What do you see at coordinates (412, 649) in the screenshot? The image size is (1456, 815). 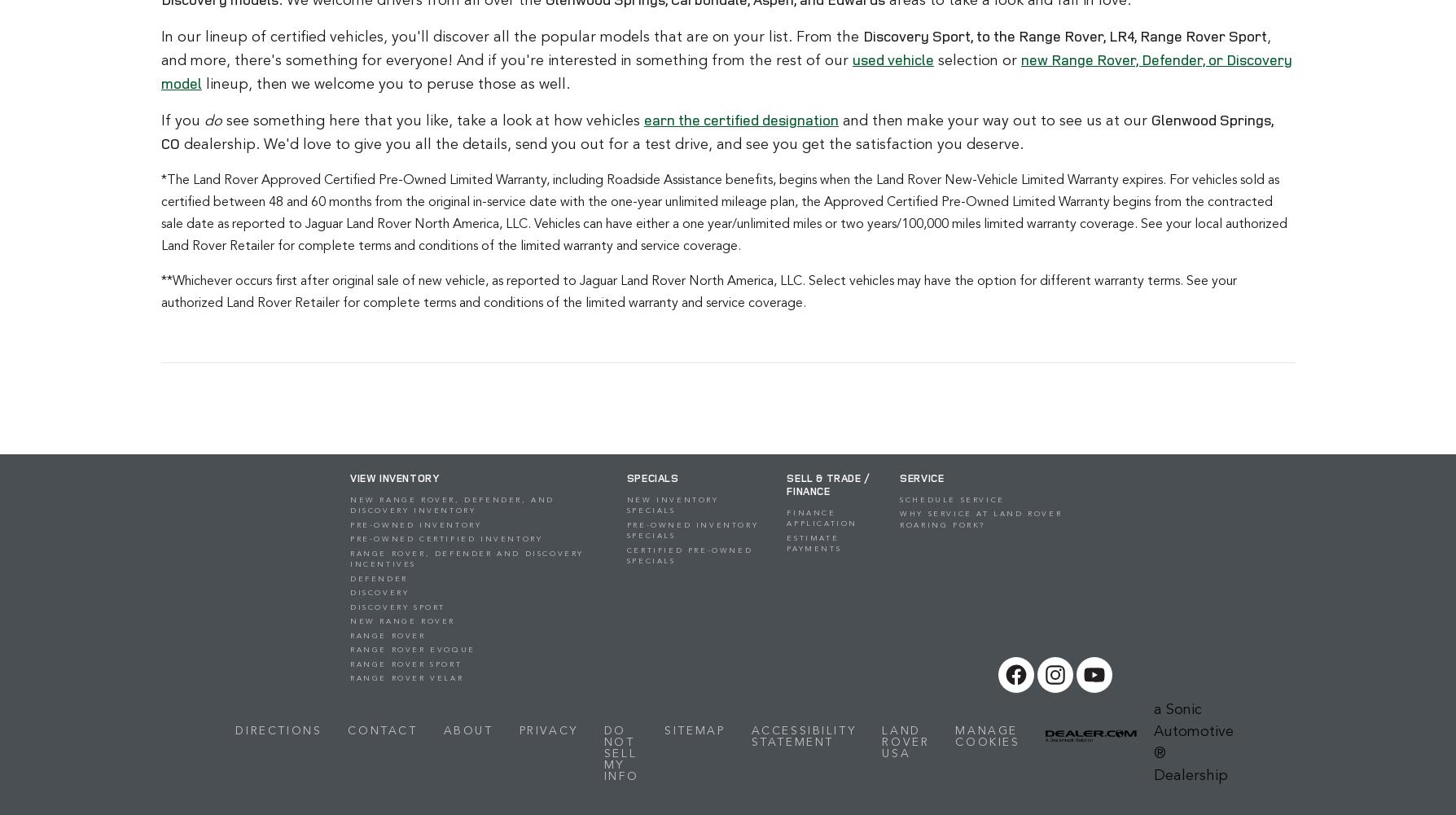 I see `'Range Rover Evoque'` at bounding box center [412, 649].